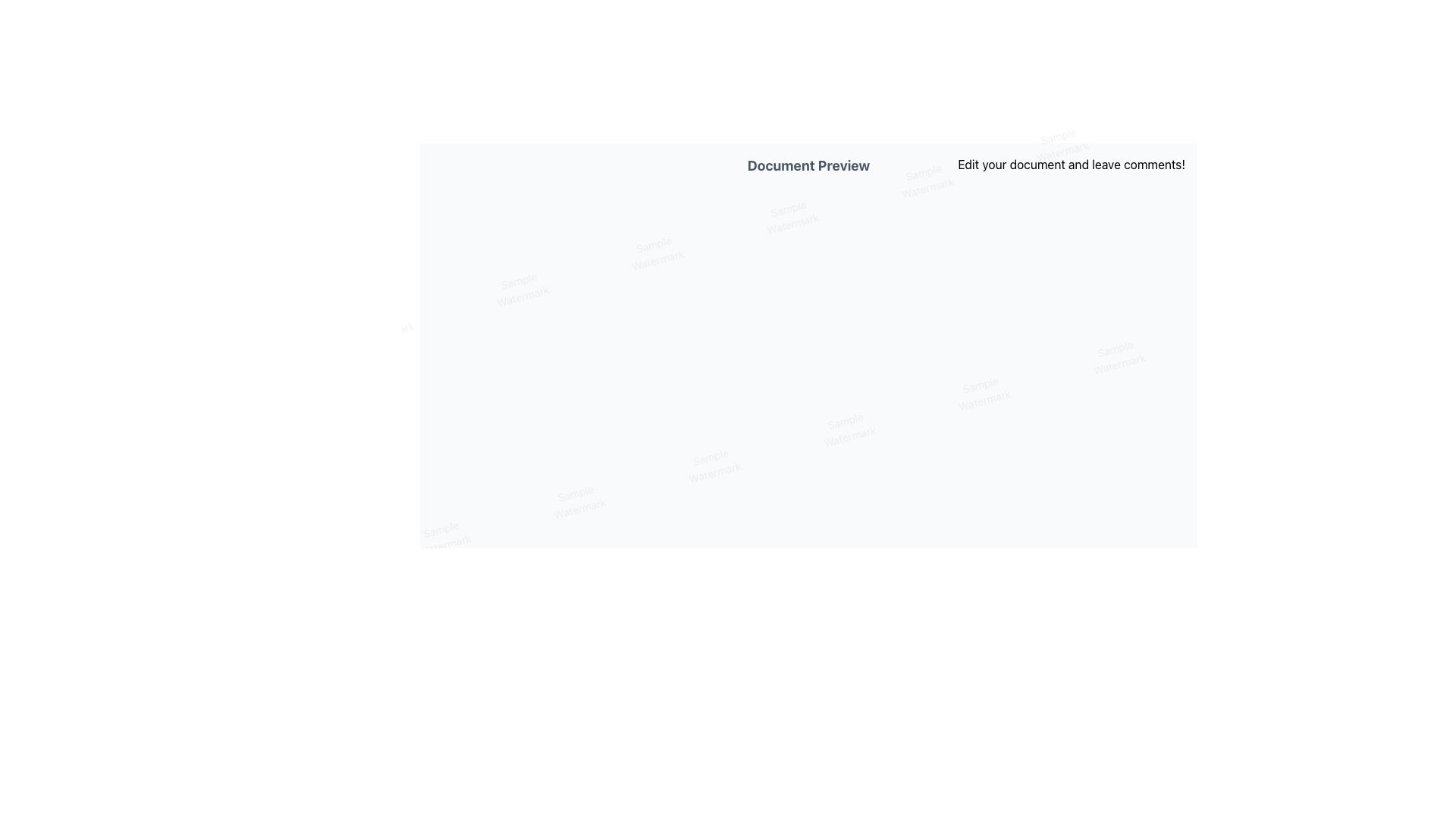 This screenshot has width=1456, height=819. What do you see at coordinates (1071, 164) in the screenshot?
I see `the text label that reads 'Edit your document and leave comments!', prominently styled in black font on a white background, located in the upper-right corner of the interface` at bounding box center [1071, 164].